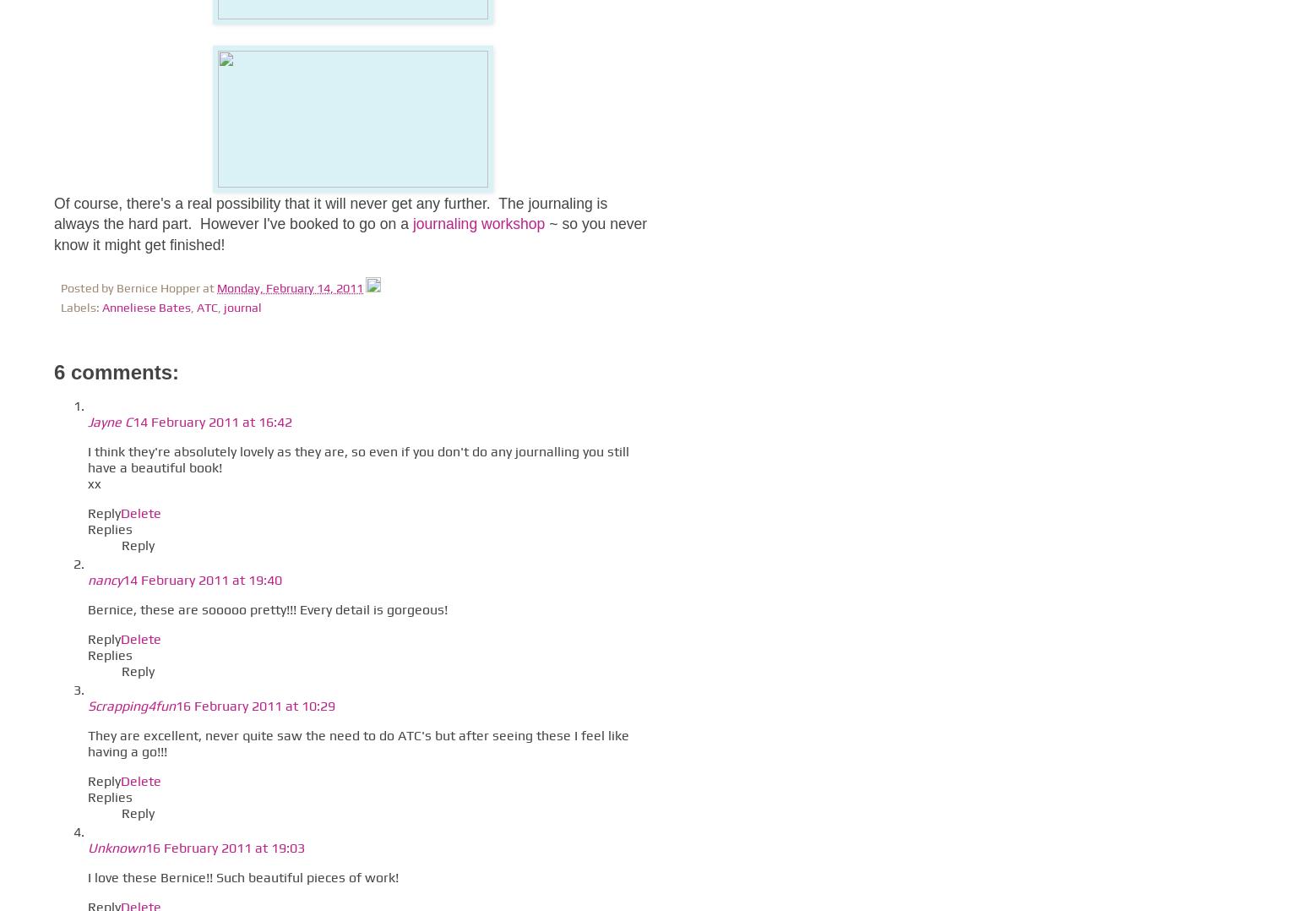 The width and height of the screenshot is (1316, 911). I want to click on '14 February 2011 at 19:40', so click(201, 580).